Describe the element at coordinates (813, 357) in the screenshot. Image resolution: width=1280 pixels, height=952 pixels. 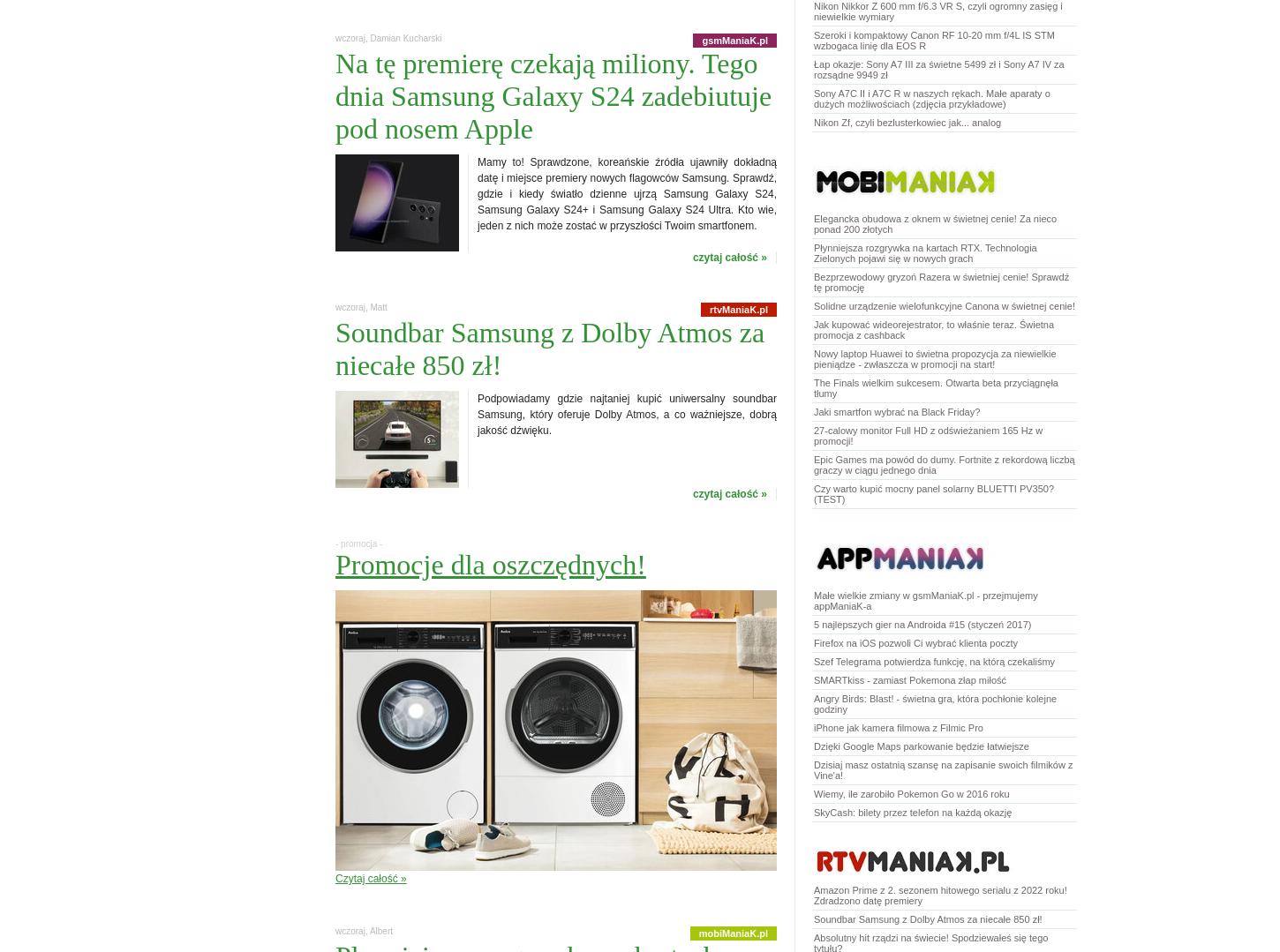
I see `'Nowy laptop Huawei to świetna propozycja za niewielkie pieniądze - zwłaszcza w promocji na start!'` at that location.